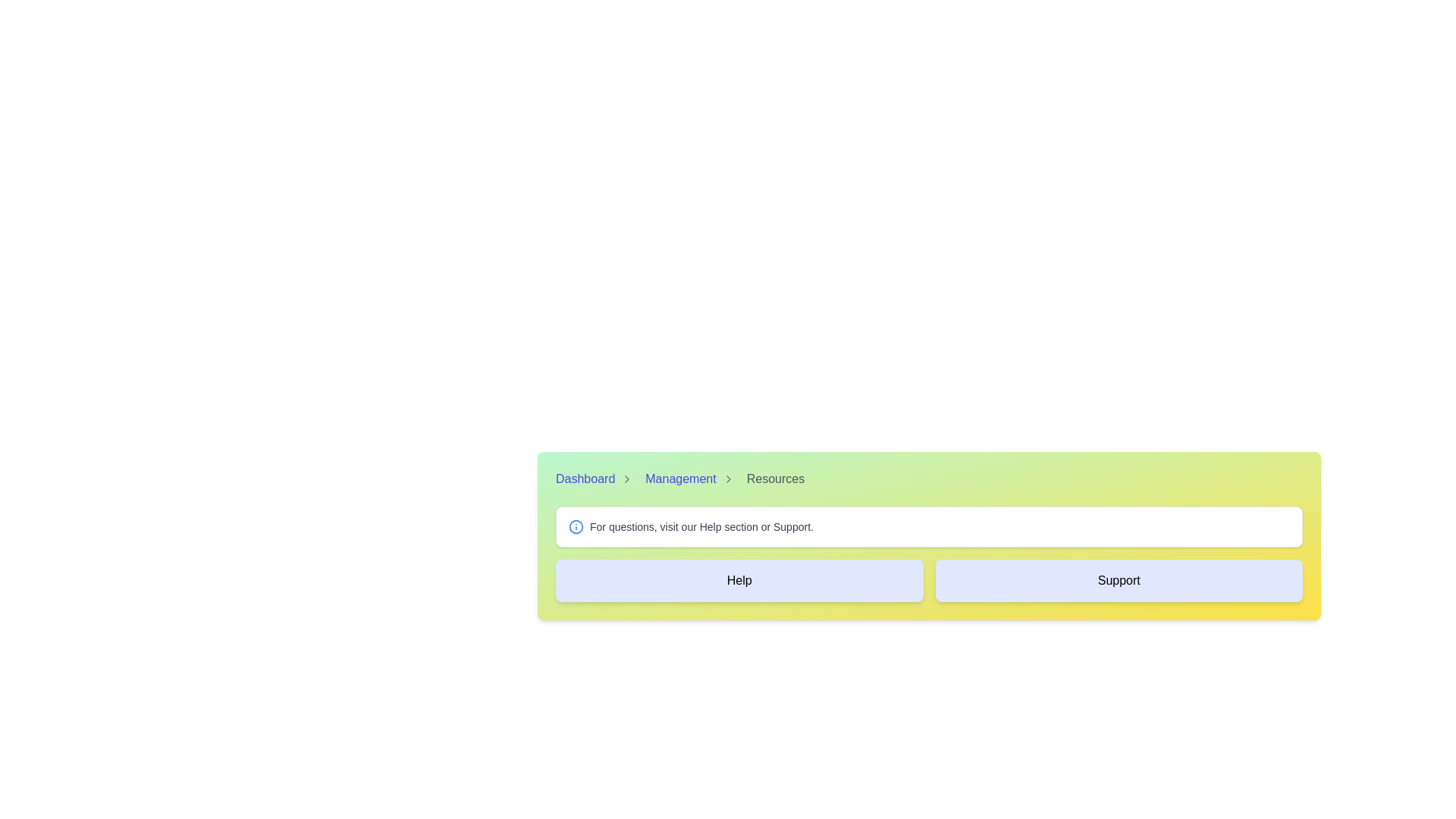 The height and width of the screenshot is (819, 1456). I want to click on the interactive breadcrumb link labeled 'Dashboard', which is styled with a blue underlined font and is the first link, so click(597, 479).